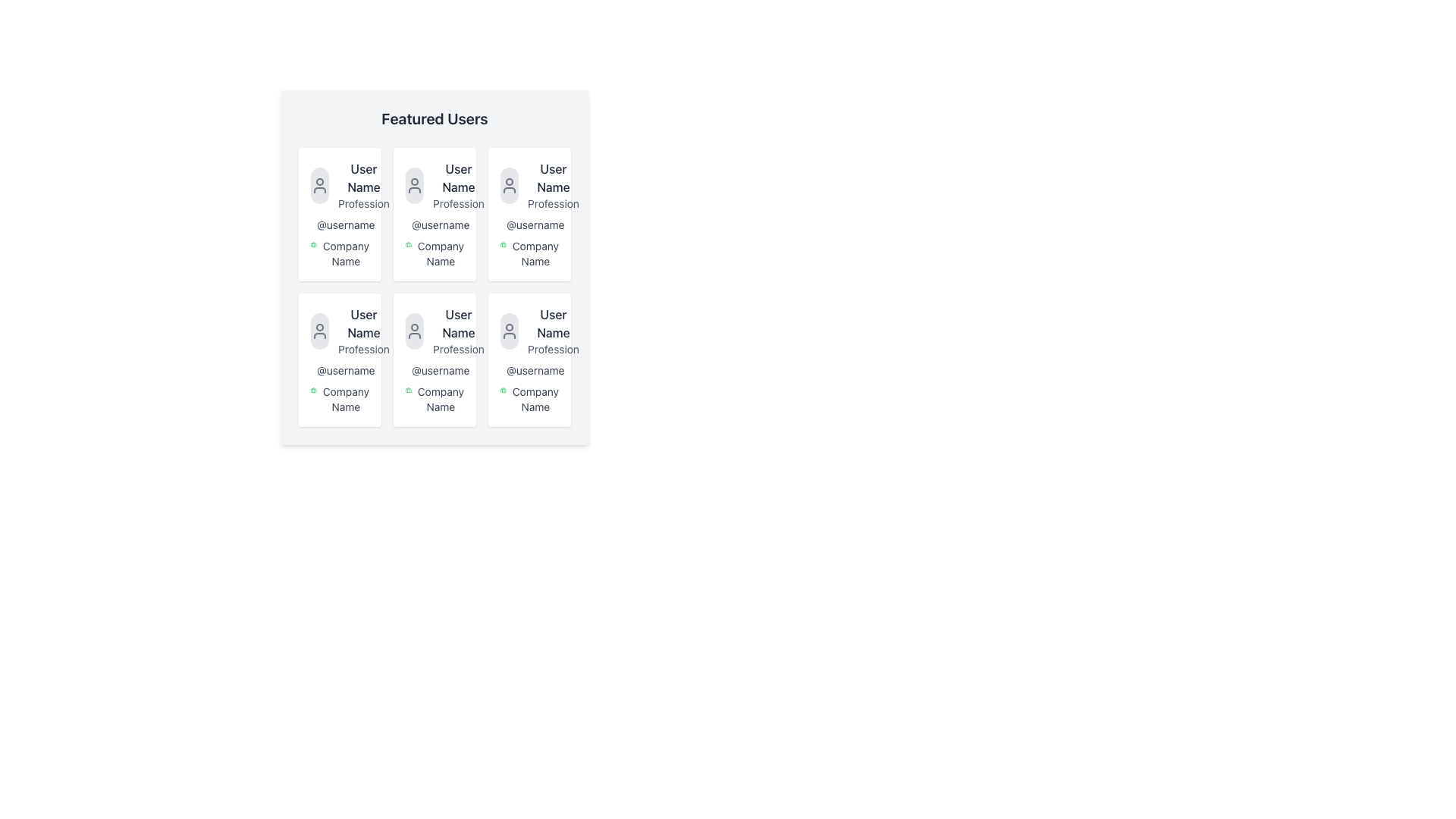 This screenshot has height=819, width=1456. I want to click on the text '@username' displayed in dark gray color, located in the second column of the first row of the user profile grid, positioned below 'User Name Profession' and above 'Company Name', so click(440, 225).